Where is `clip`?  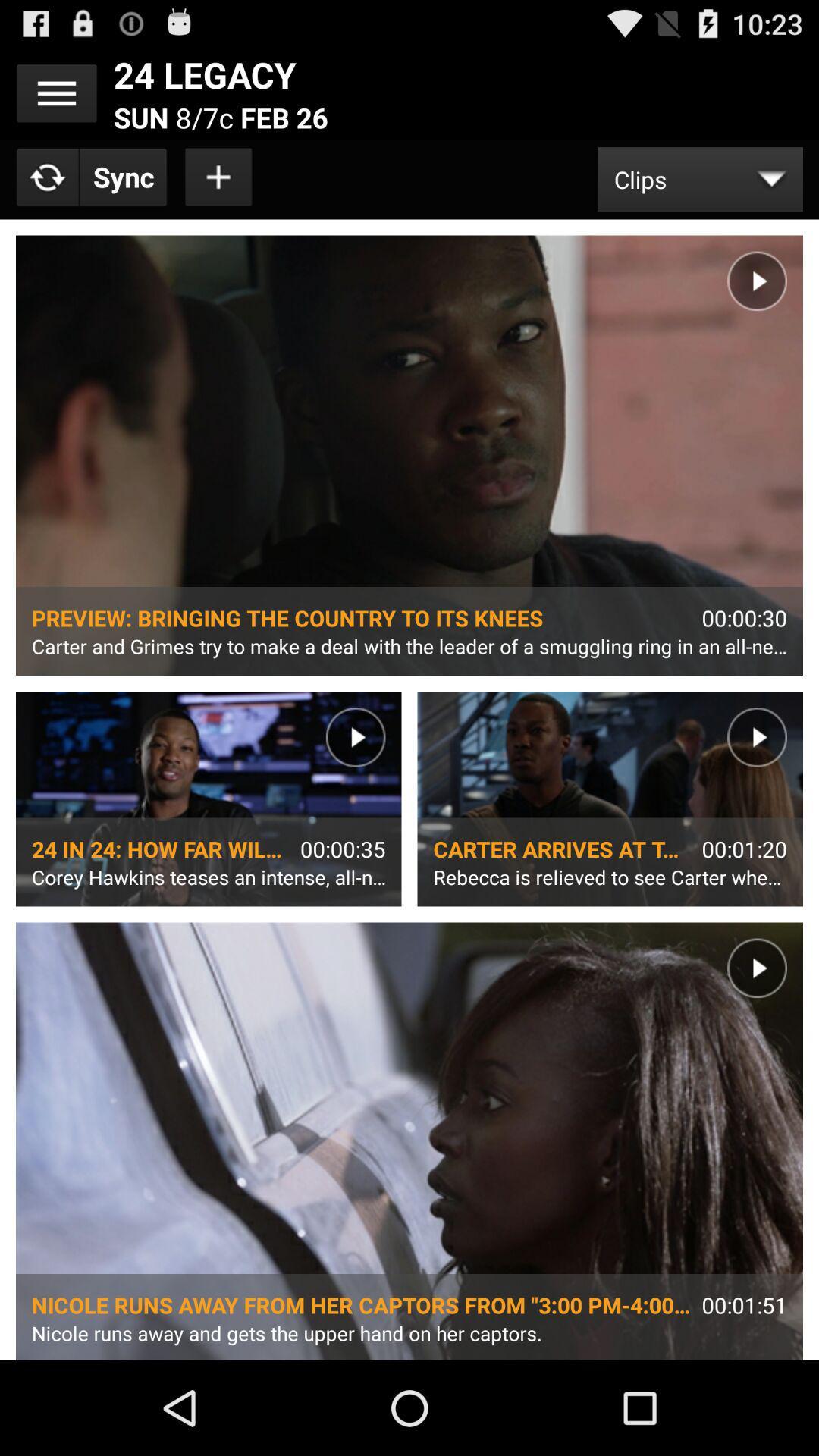
clip is located at coordinates (219, 177).